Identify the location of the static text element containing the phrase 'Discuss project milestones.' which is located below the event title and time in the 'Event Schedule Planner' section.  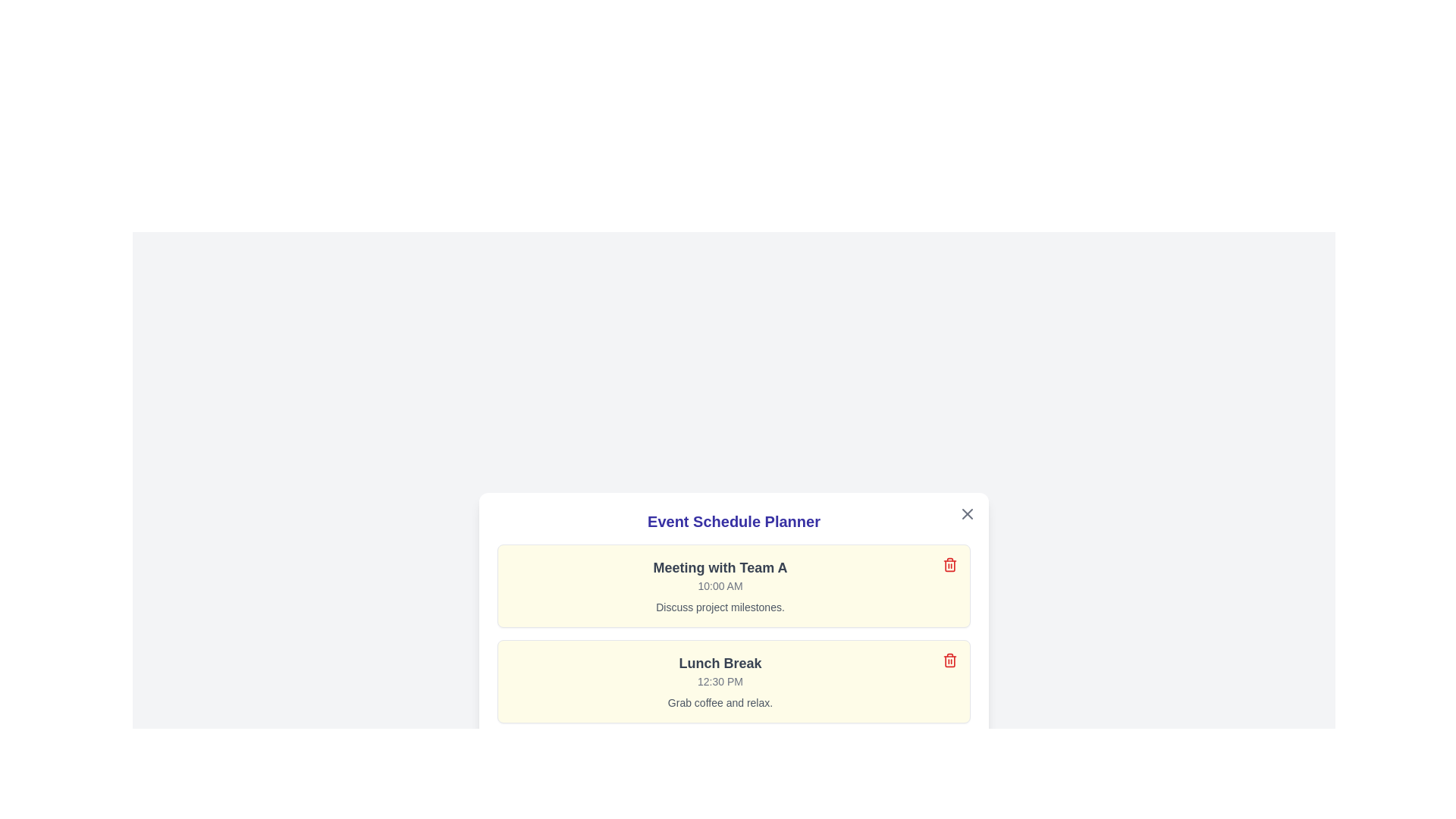
(720, 607).